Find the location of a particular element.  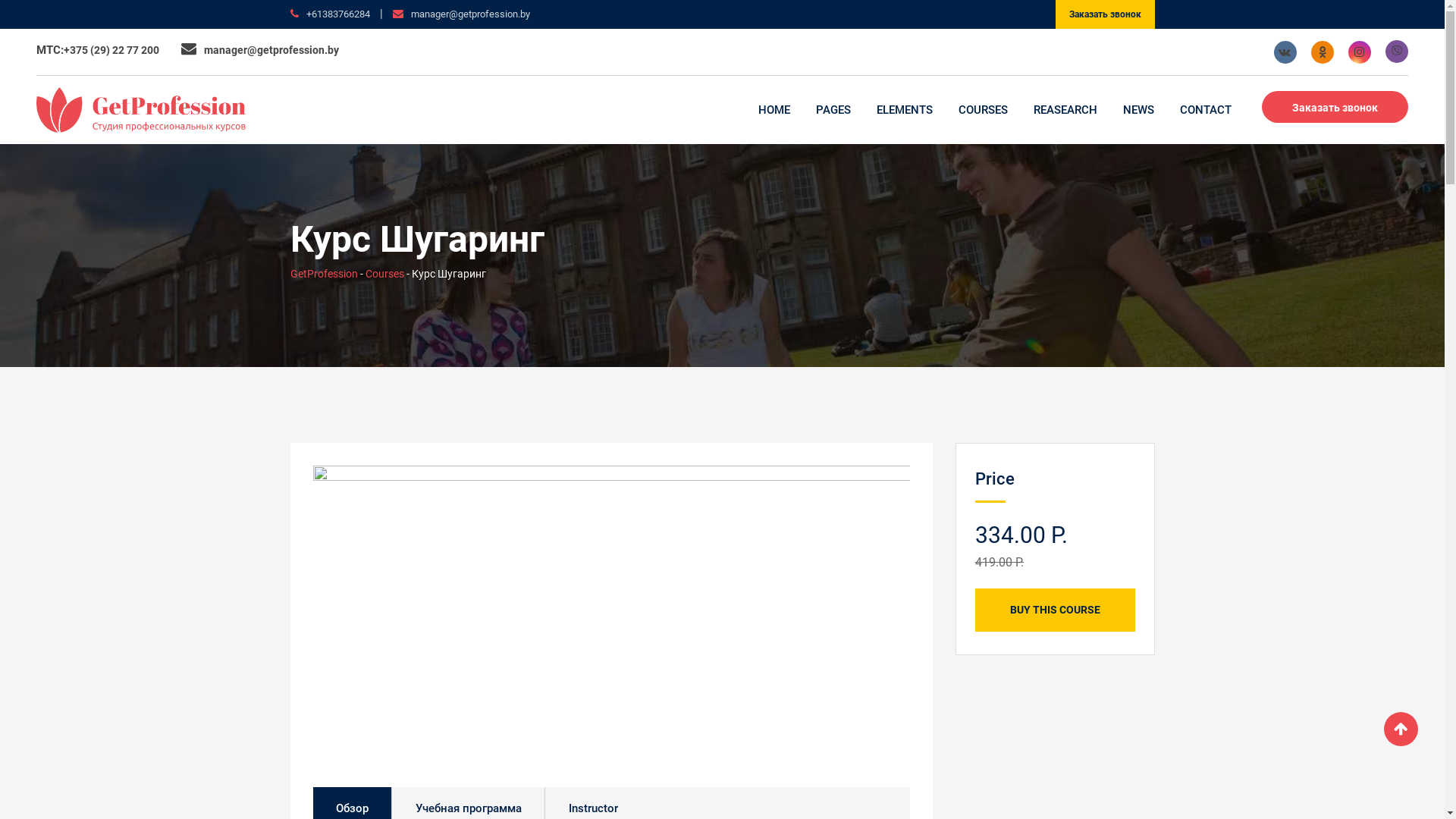

'REASEARCH' is located at coordinates (1065, 109).